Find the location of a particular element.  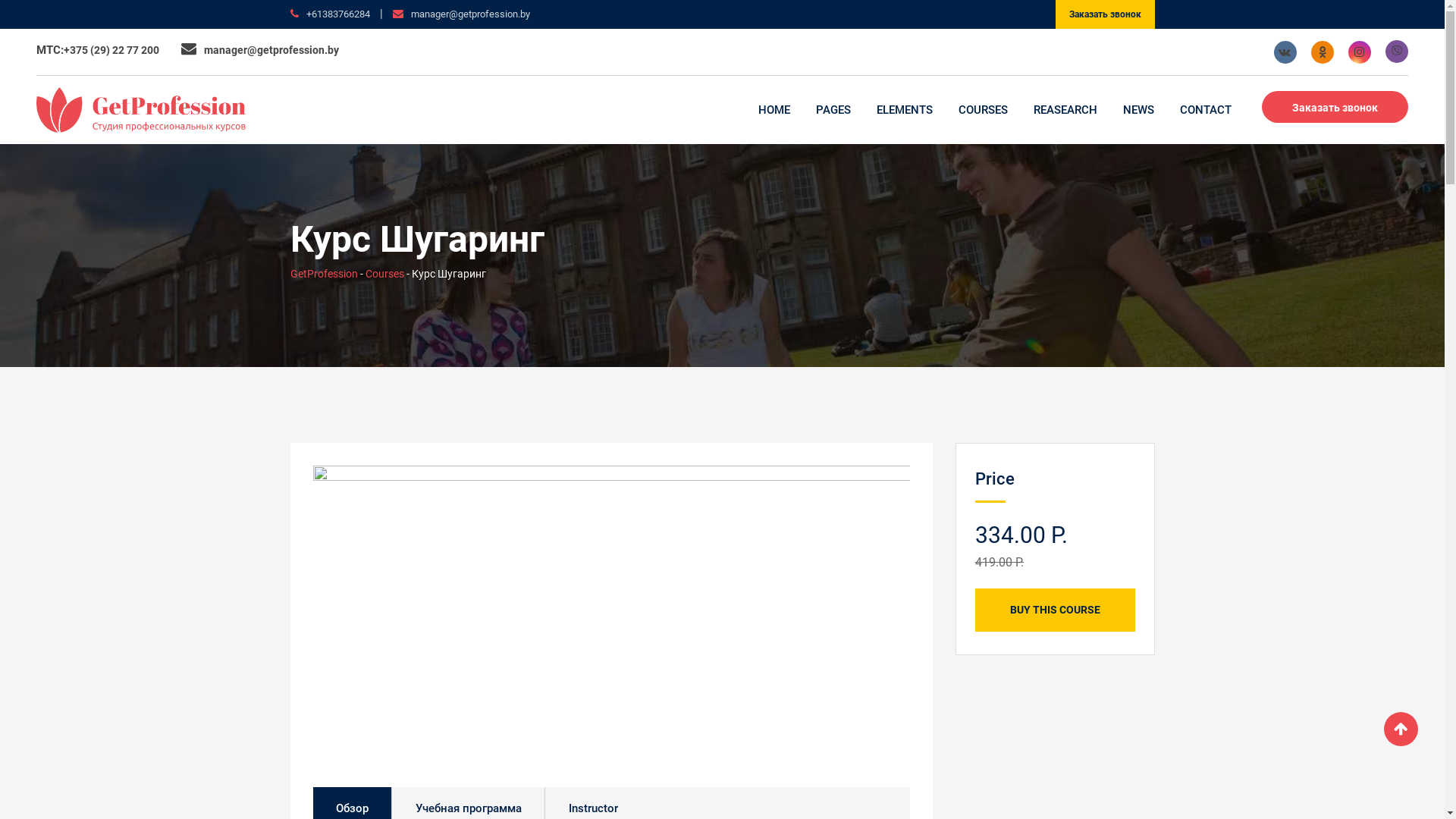

'REASEARCH' is located at coordinates (1065, 109).